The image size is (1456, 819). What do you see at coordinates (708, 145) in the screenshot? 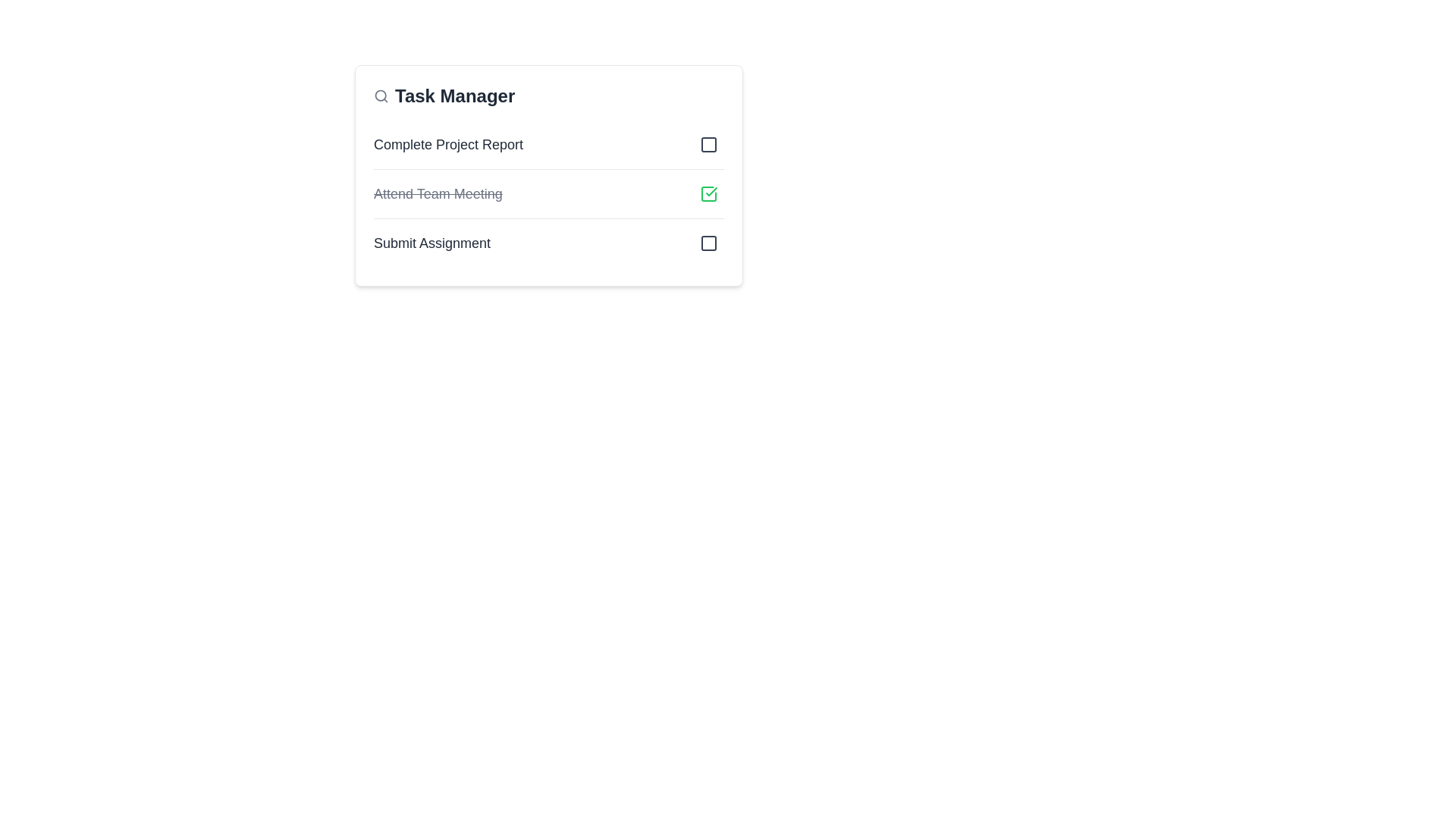
I see `the toggle button for the task 'Complete Project Report' located at the top-right corner of the task item` at bounding box center [708, 145].